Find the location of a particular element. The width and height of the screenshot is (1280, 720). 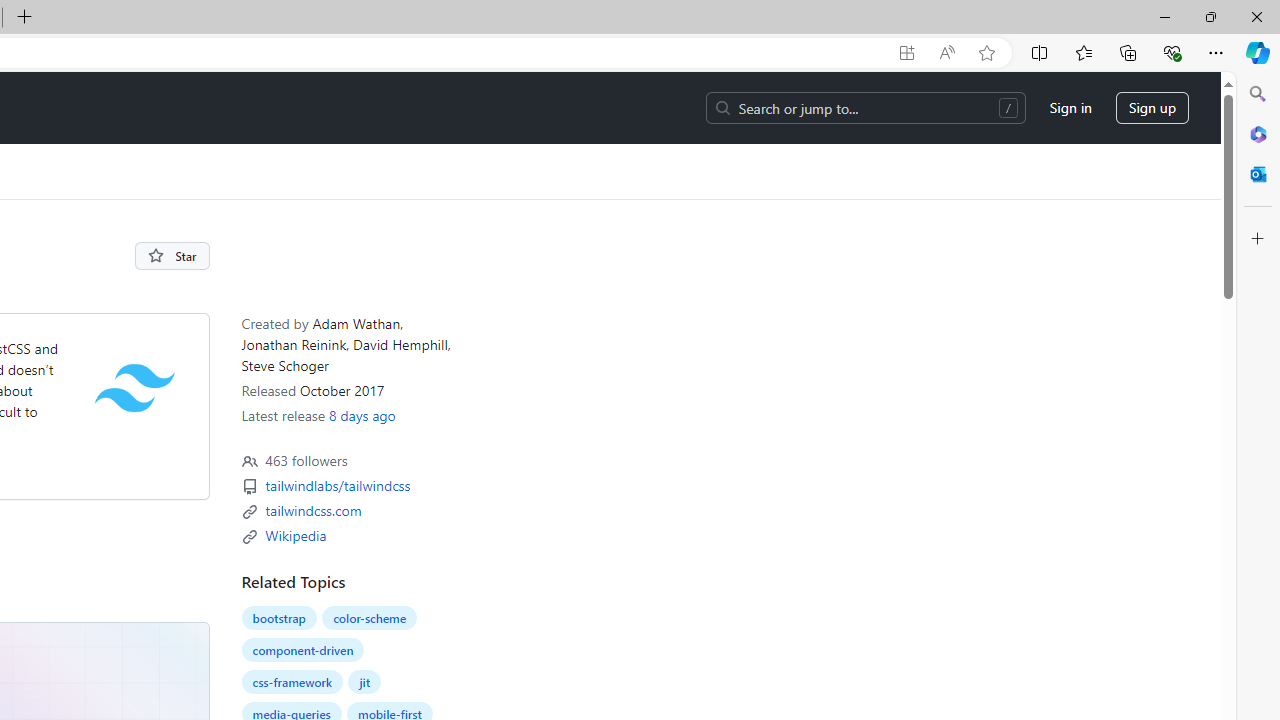

'Topic followers' is located at coordinates (248, 462).